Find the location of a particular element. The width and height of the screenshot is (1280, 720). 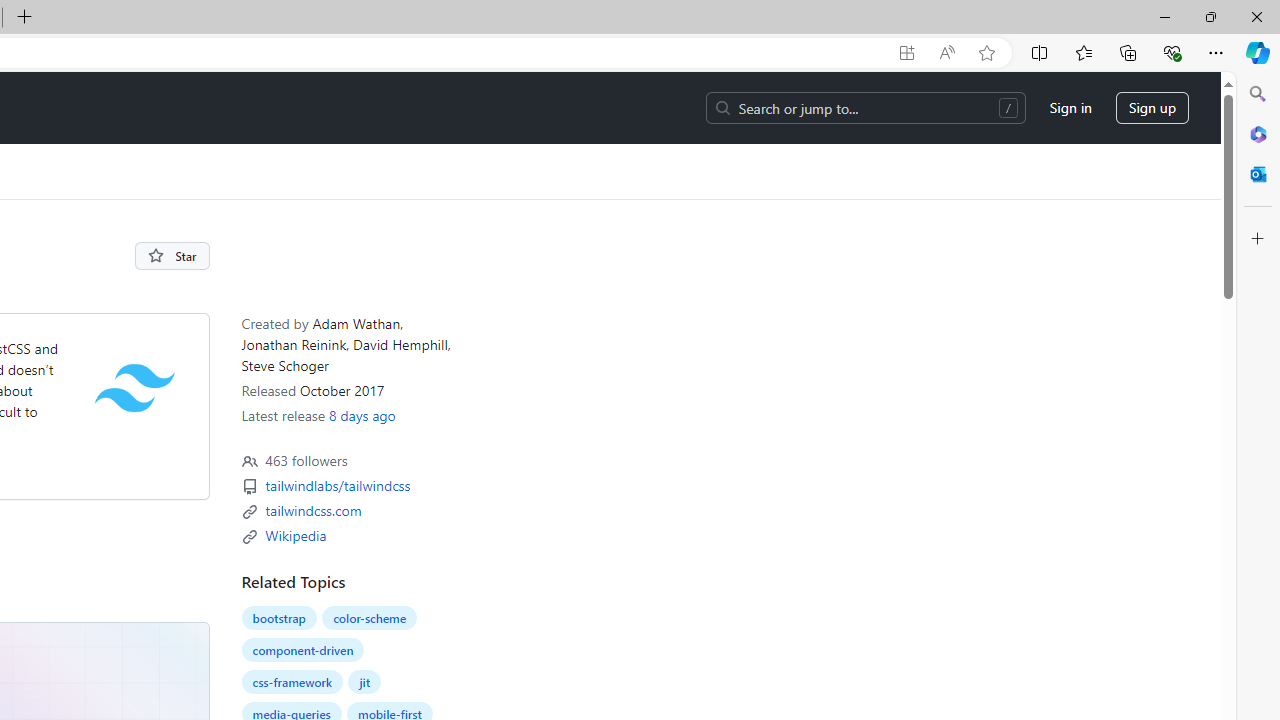

'Topic followers' is located at coordinates (248, 462).